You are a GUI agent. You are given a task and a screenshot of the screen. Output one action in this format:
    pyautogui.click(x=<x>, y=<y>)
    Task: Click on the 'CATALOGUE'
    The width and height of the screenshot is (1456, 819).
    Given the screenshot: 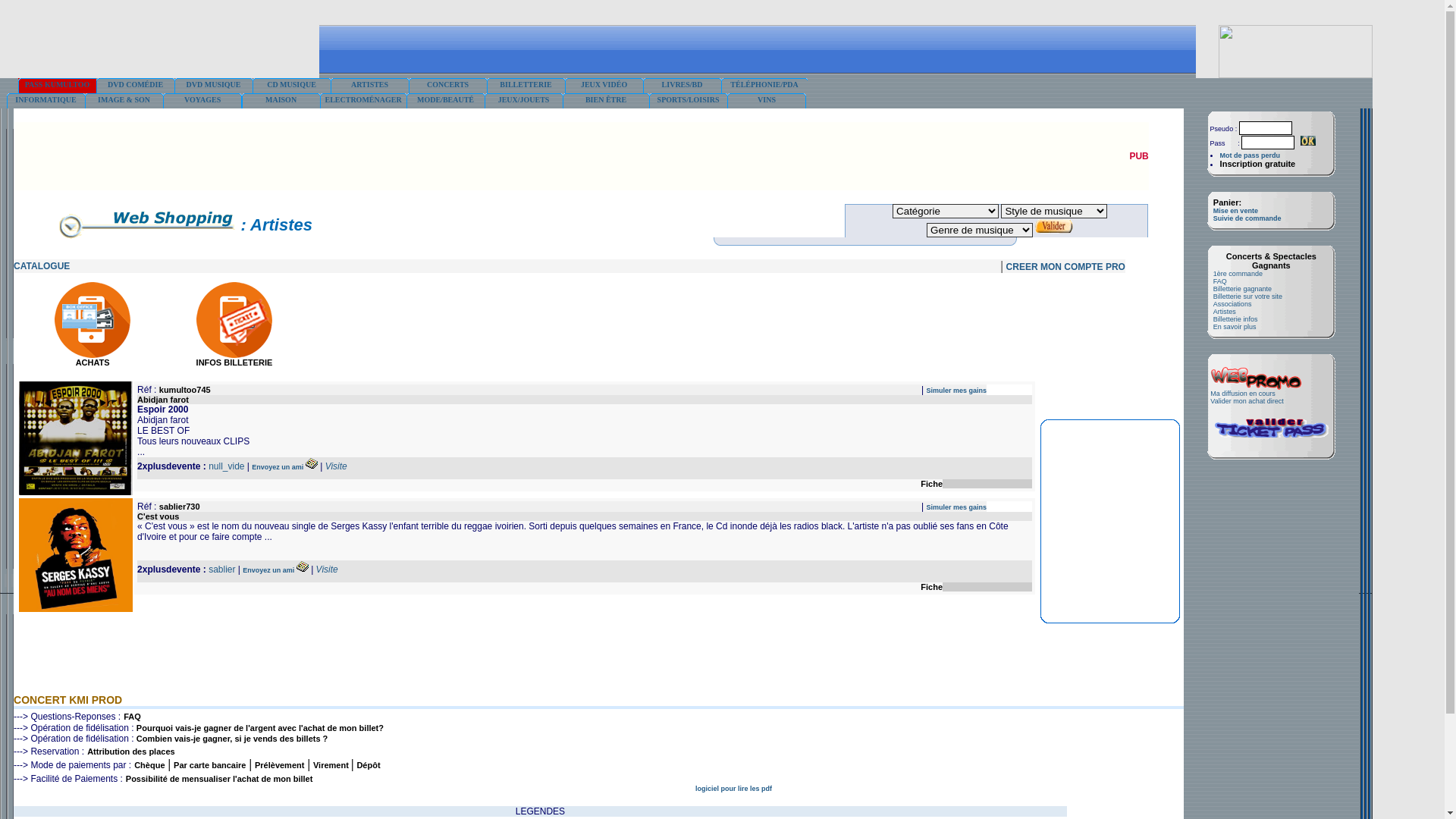 What is the action you would take?
    pyautogui.click(x=41, y=265)
    